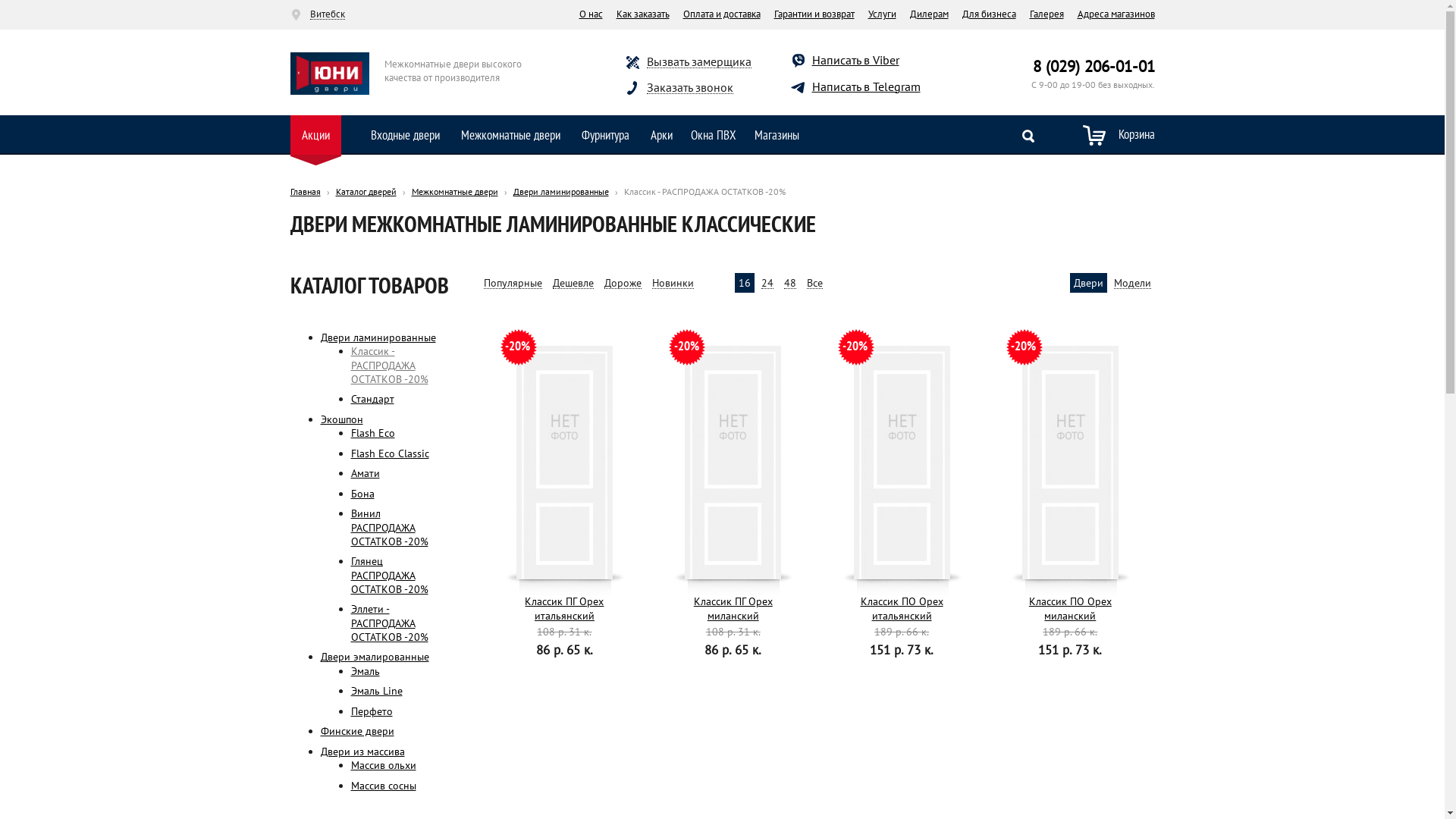 The image size is (1456, 819). Describe the element at coordinates (789, 283) in the screenshot. I see `'48'` at that location.